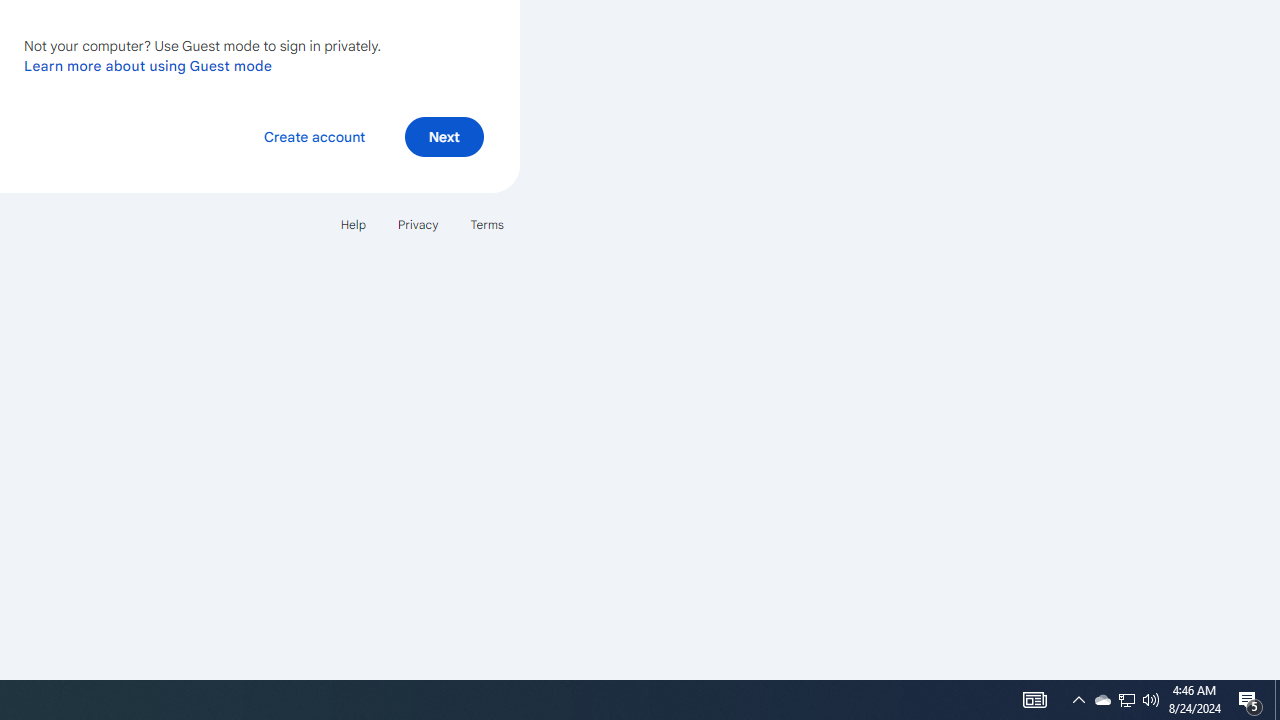 This screenshot has width=1280, height=720. I want to click on 'Next', so click(443, 135).